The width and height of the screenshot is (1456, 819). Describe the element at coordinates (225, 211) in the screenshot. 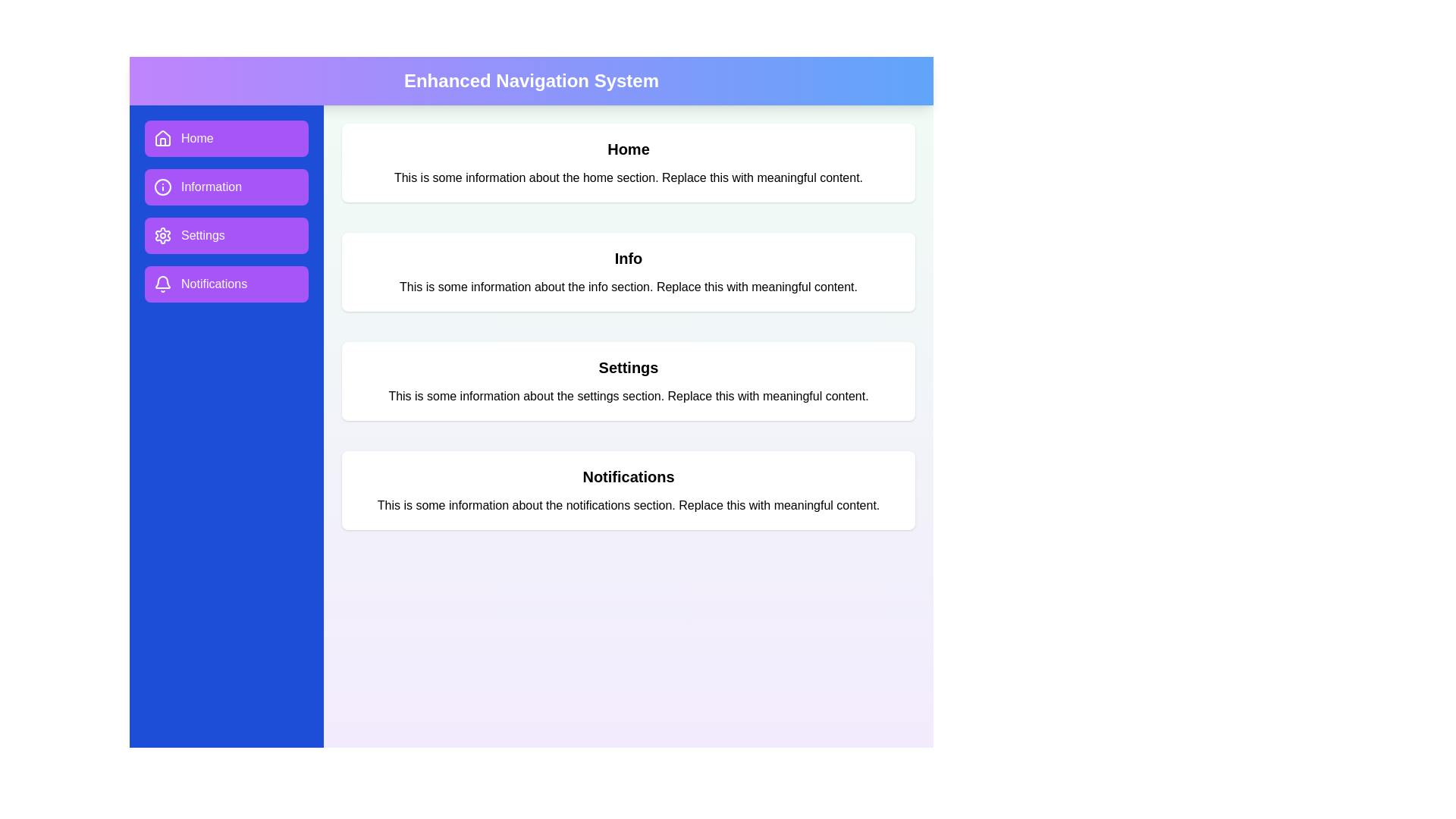

I see `the second navigation button in the vertical stack of the sidebar menu` at that location.